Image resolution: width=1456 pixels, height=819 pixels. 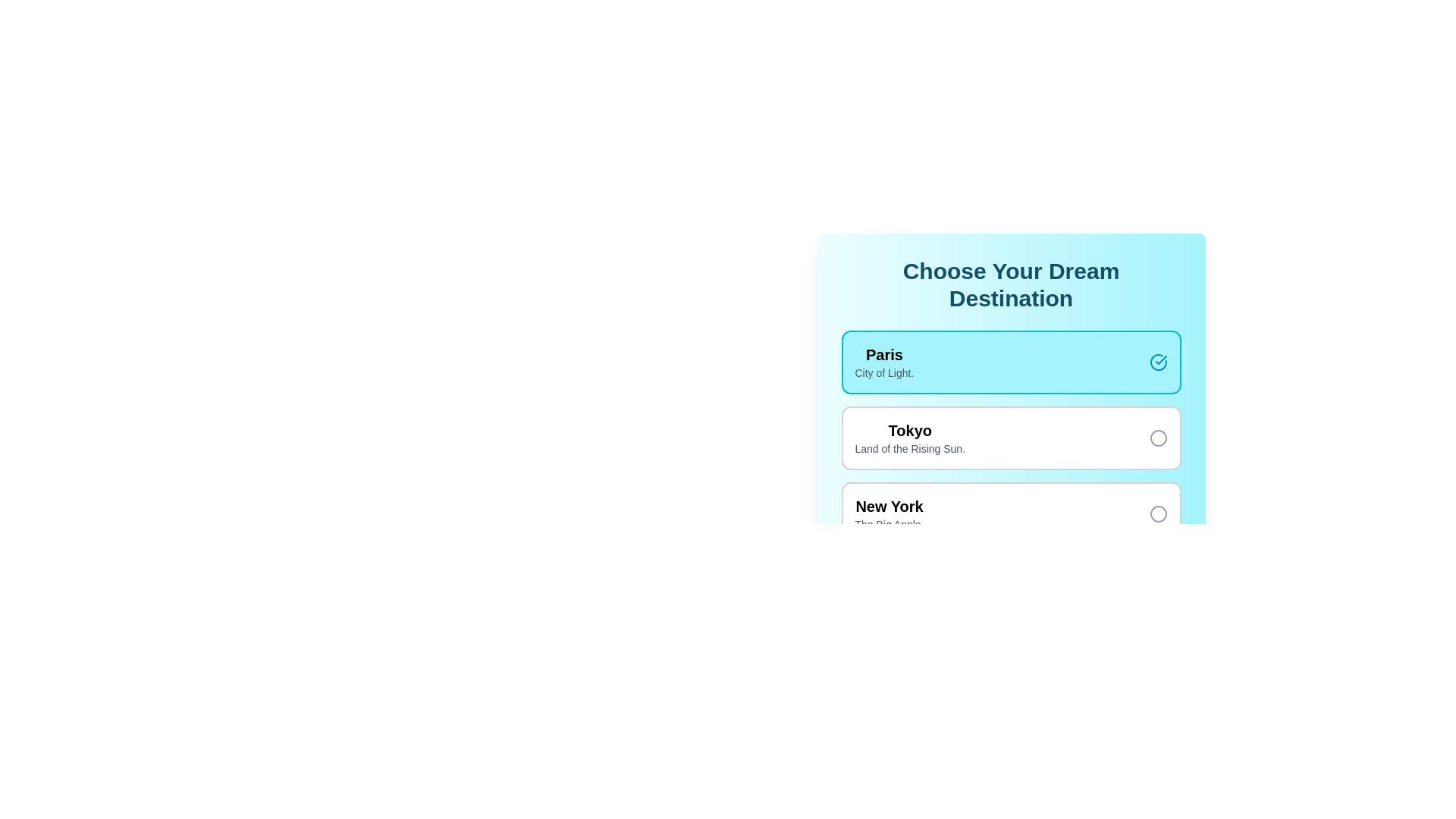 What do you see at coordinates (1011, 438) in the screenshot?
I see `the 'Tokyo' option` at bounding box center [1011, 438].